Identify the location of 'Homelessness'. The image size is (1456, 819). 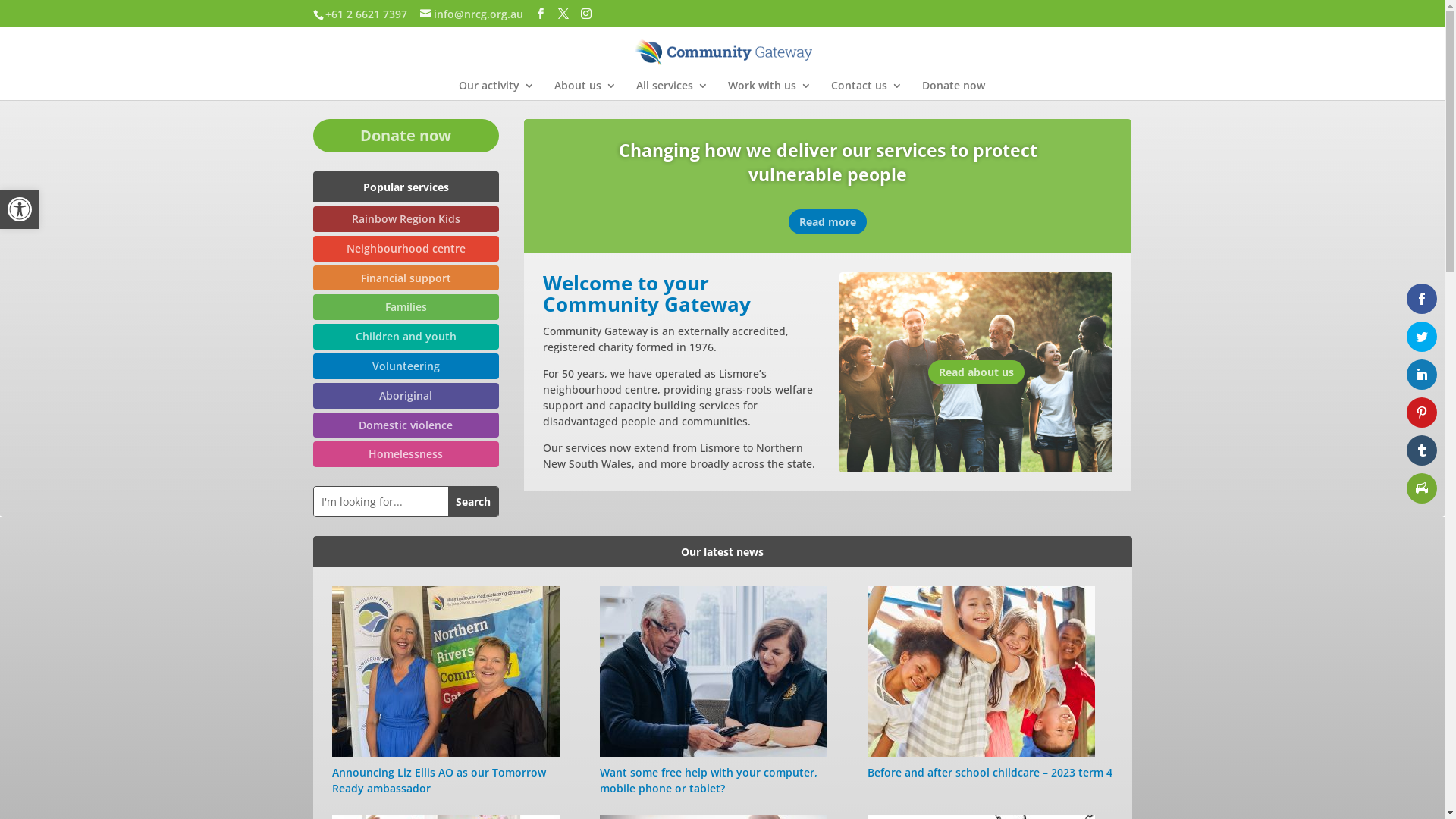
(405, 453).